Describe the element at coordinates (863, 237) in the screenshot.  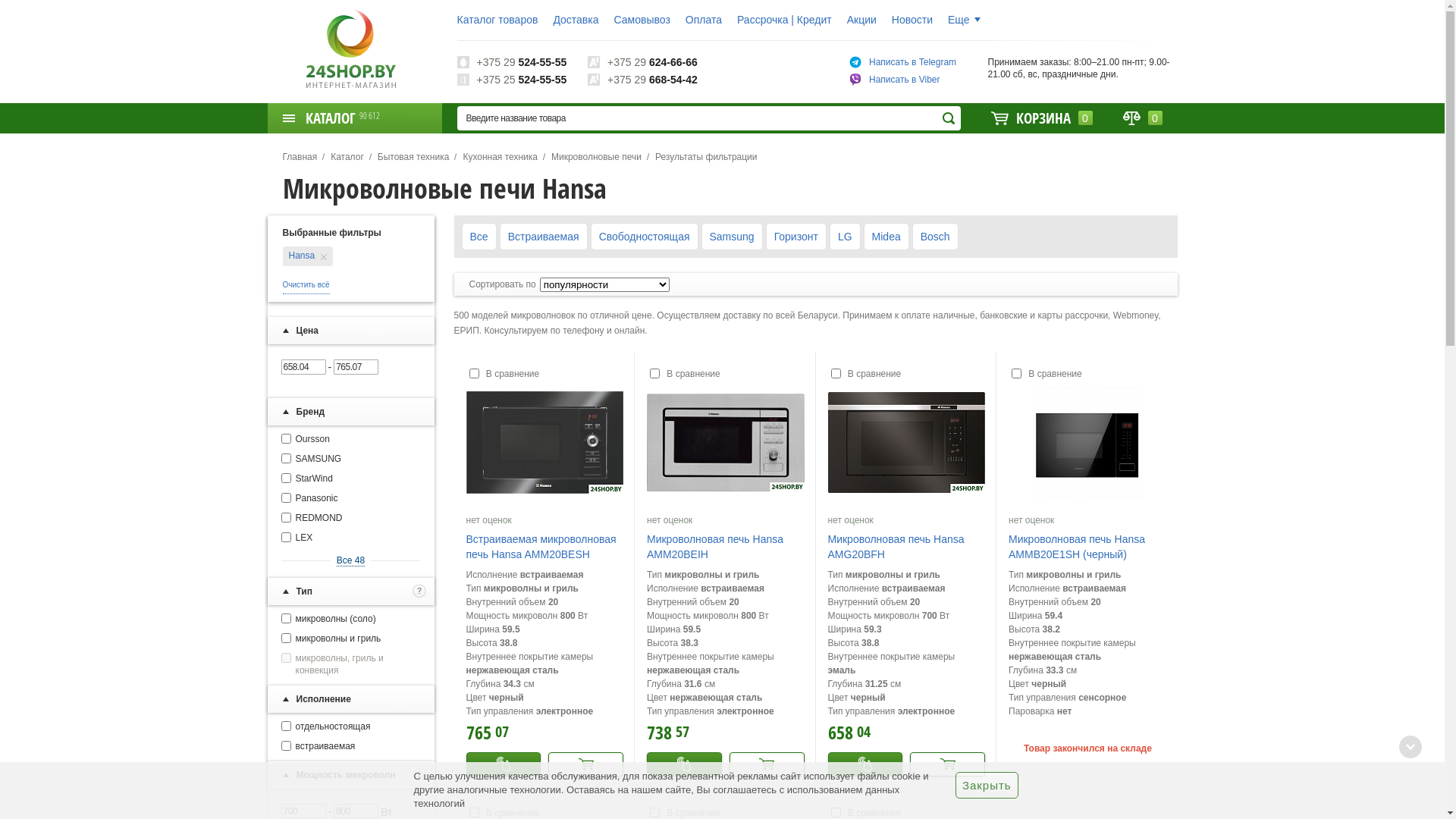
I see `'Midea'` at that location.